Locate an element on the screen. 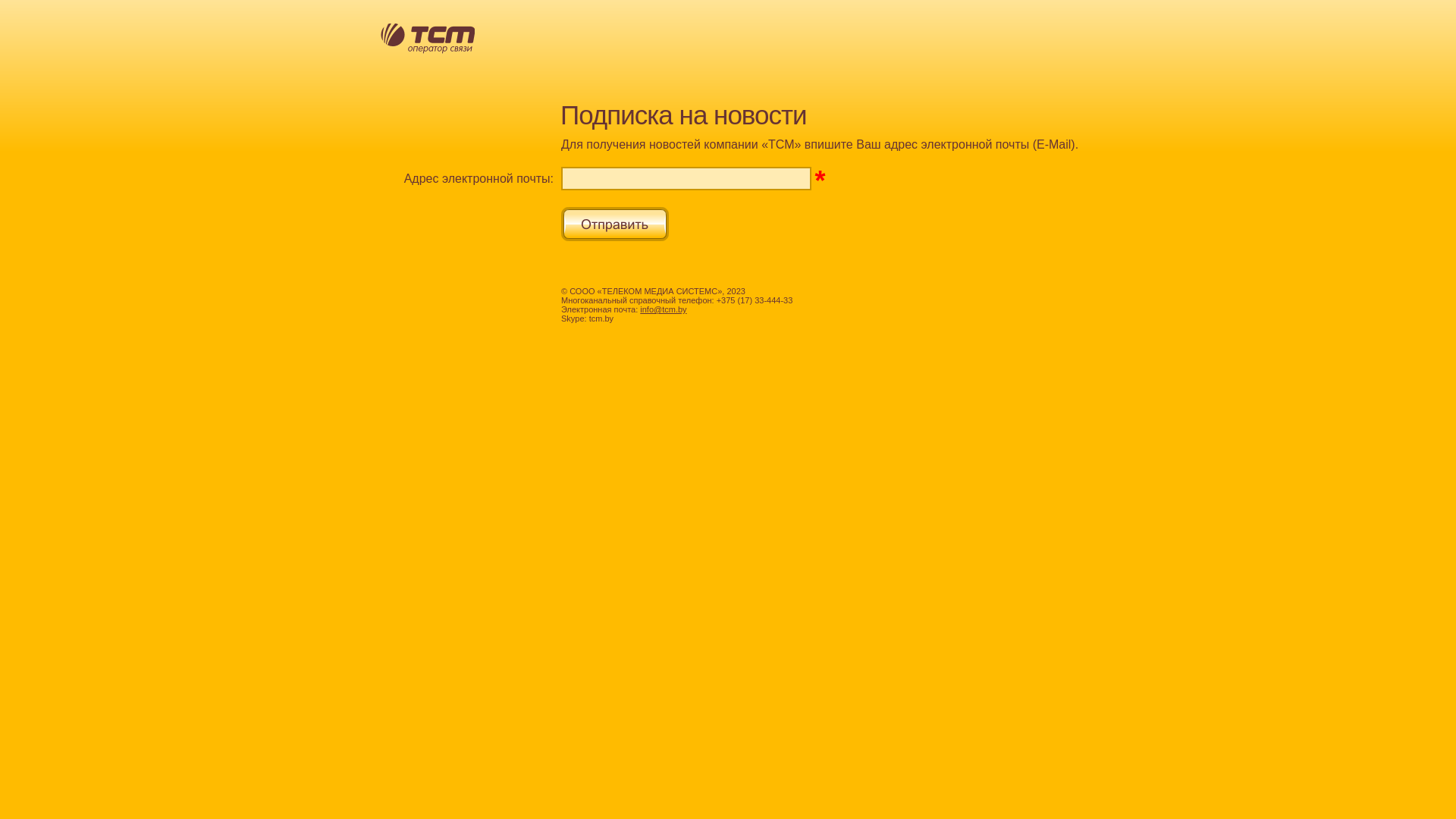  'info@tcm.by' is located at coordinates (663, 309).